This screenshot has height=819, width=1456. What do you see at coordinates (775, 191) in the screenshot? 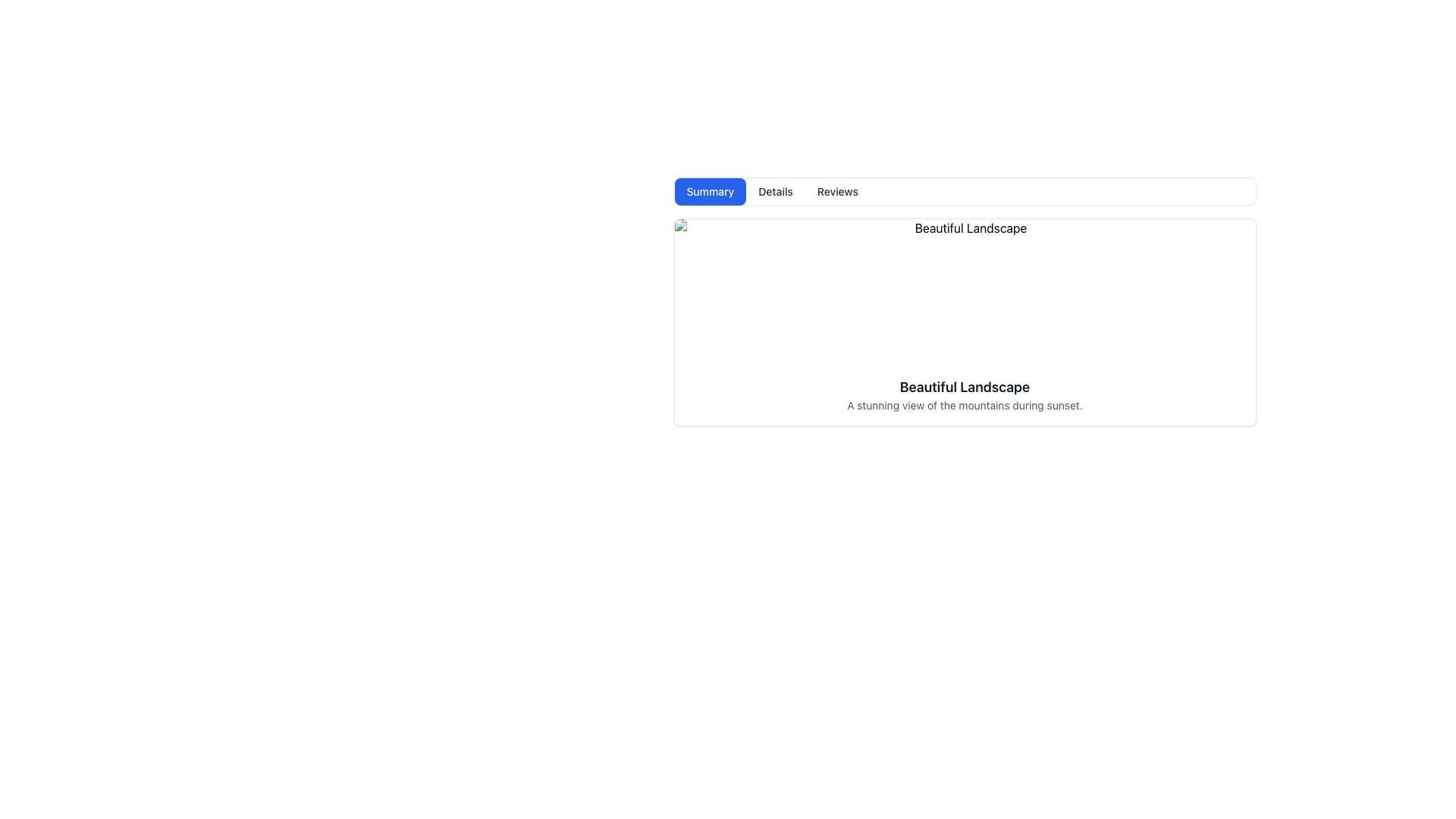
I see `the 'Details' button, which has a white background, rounded edges, and dark gray text` at bounding box center [775, 191].